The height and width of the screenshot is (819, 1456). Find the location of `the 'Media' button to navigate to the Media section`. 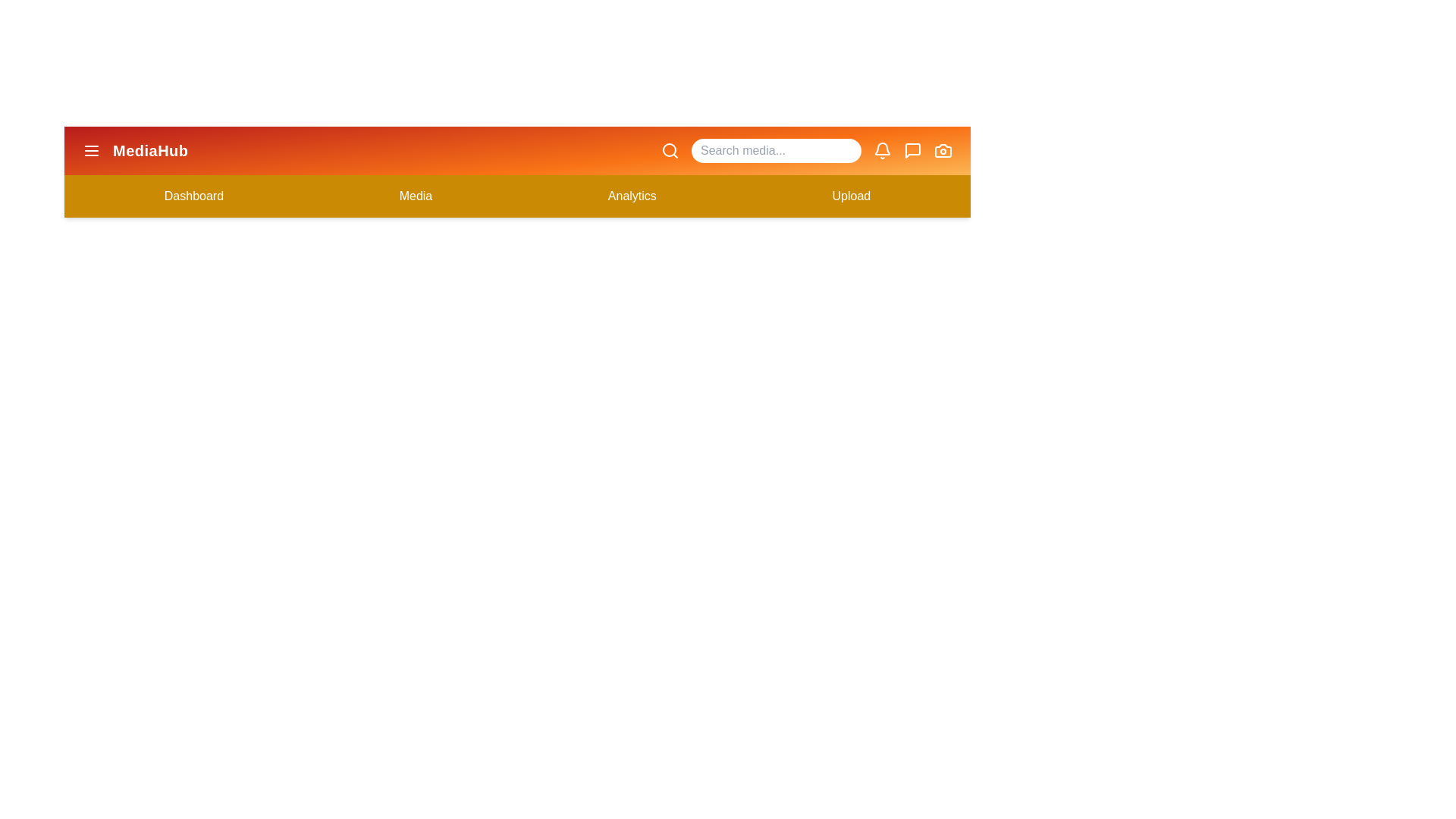

the 'Media' button to navigate to the Media section is located at coordinates (415, 195).